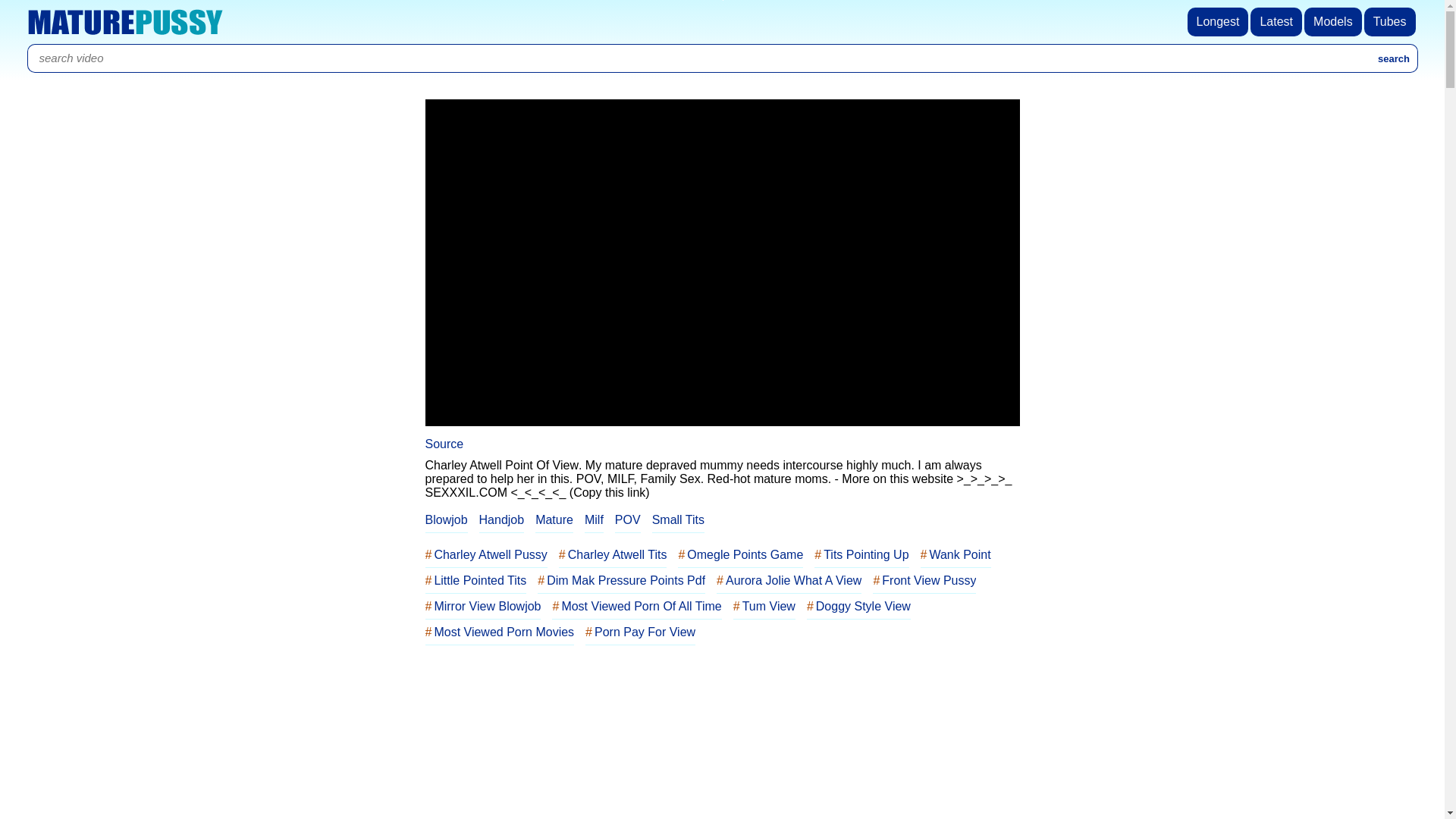 The image size is (1456, 819). What do you see at coordinates (482, 605) in the screenshot?
I see `'Mirror View Blowjob'` at bounding box center [482, 605].